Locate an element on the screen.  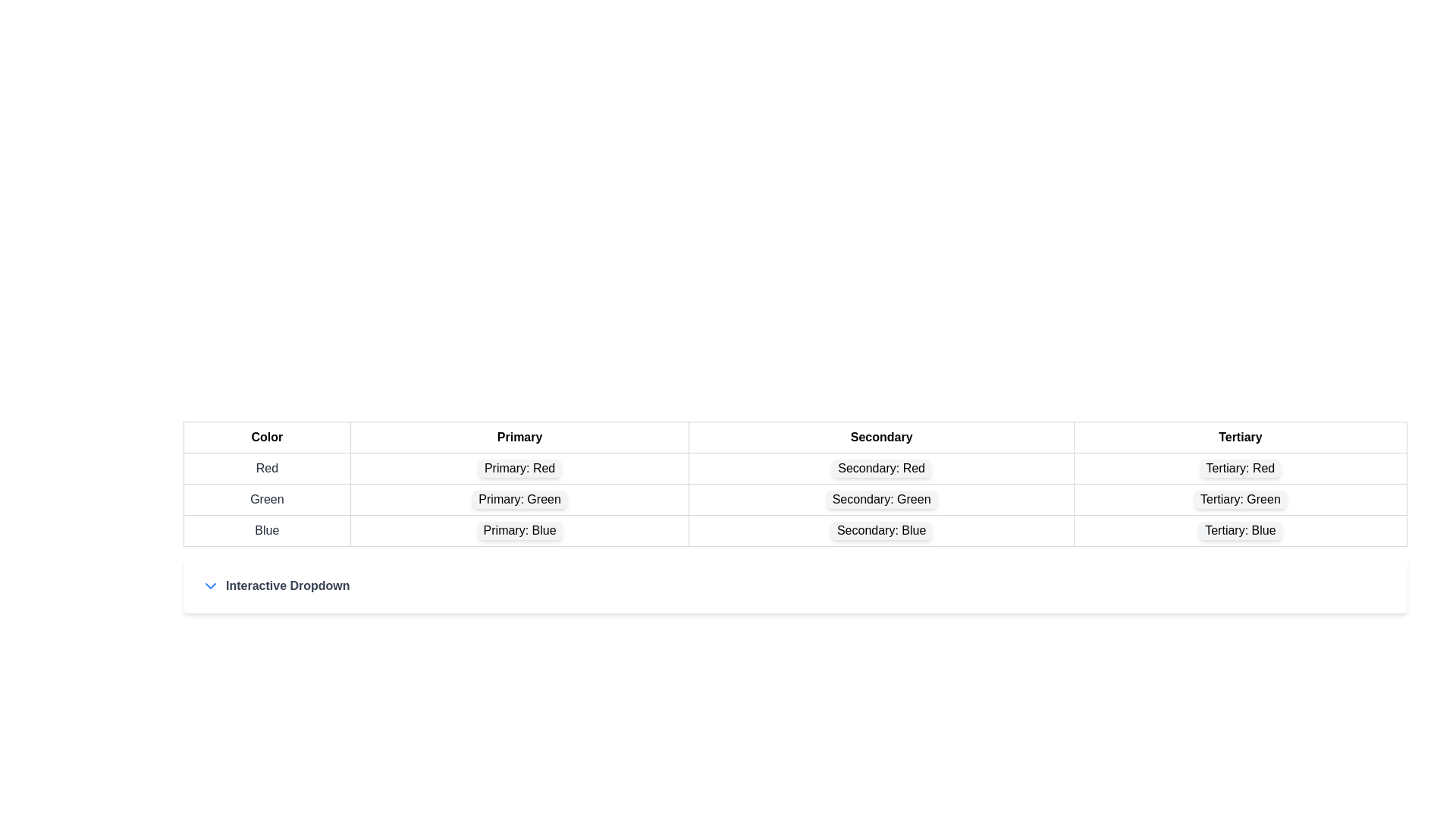
the label displaying 'Tertiary: Green' which is styled with a light gray background and located in the third row of the 'Tertiary' column of the table is located at coordinates (1240, 500).